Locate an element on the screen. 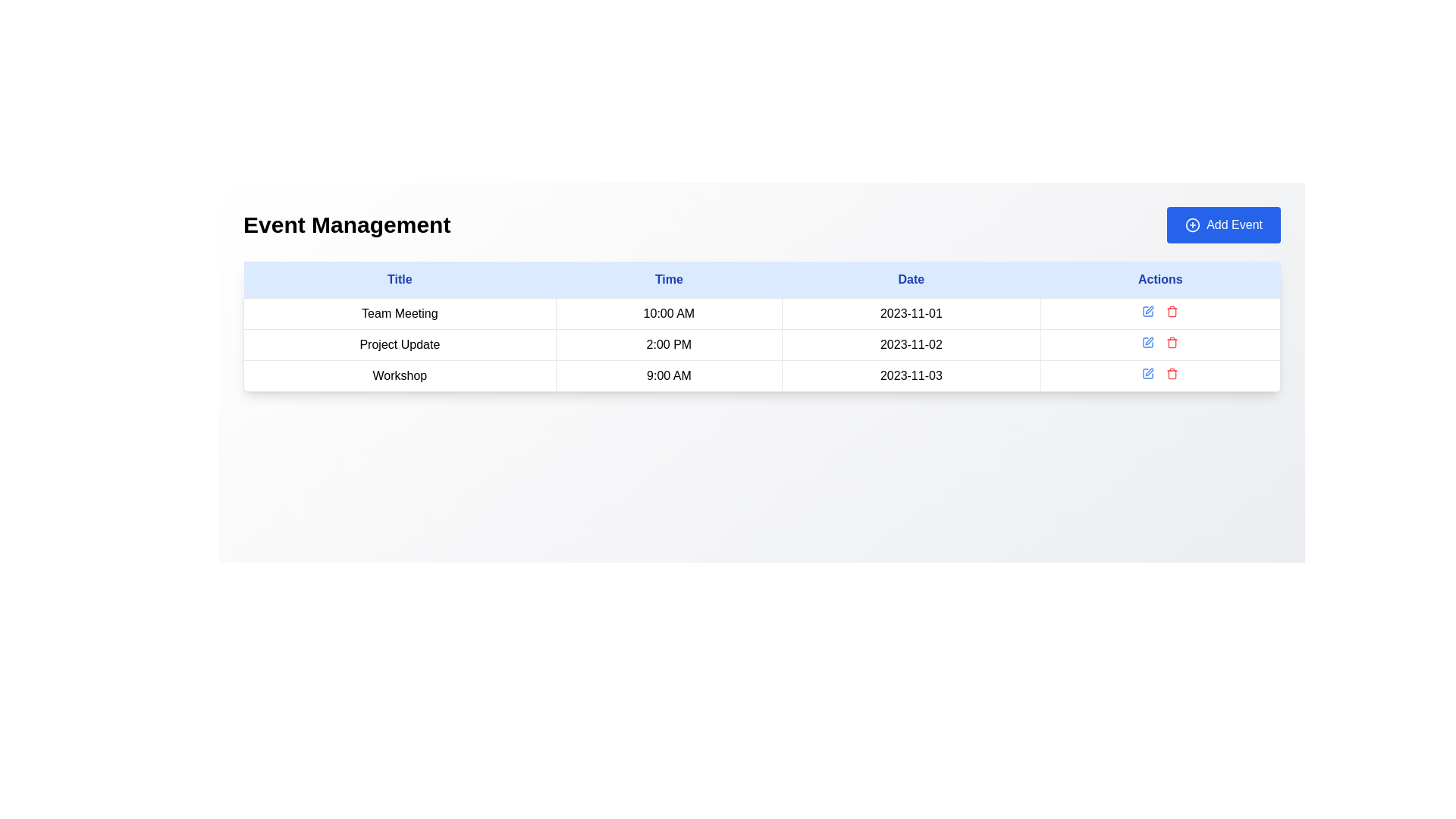 The width and height of the screenshot is (1456, 819). the static text element displaying '2023-11-01' located in the second row under the 'Date' column of the table is located at coordinates (910, 312).